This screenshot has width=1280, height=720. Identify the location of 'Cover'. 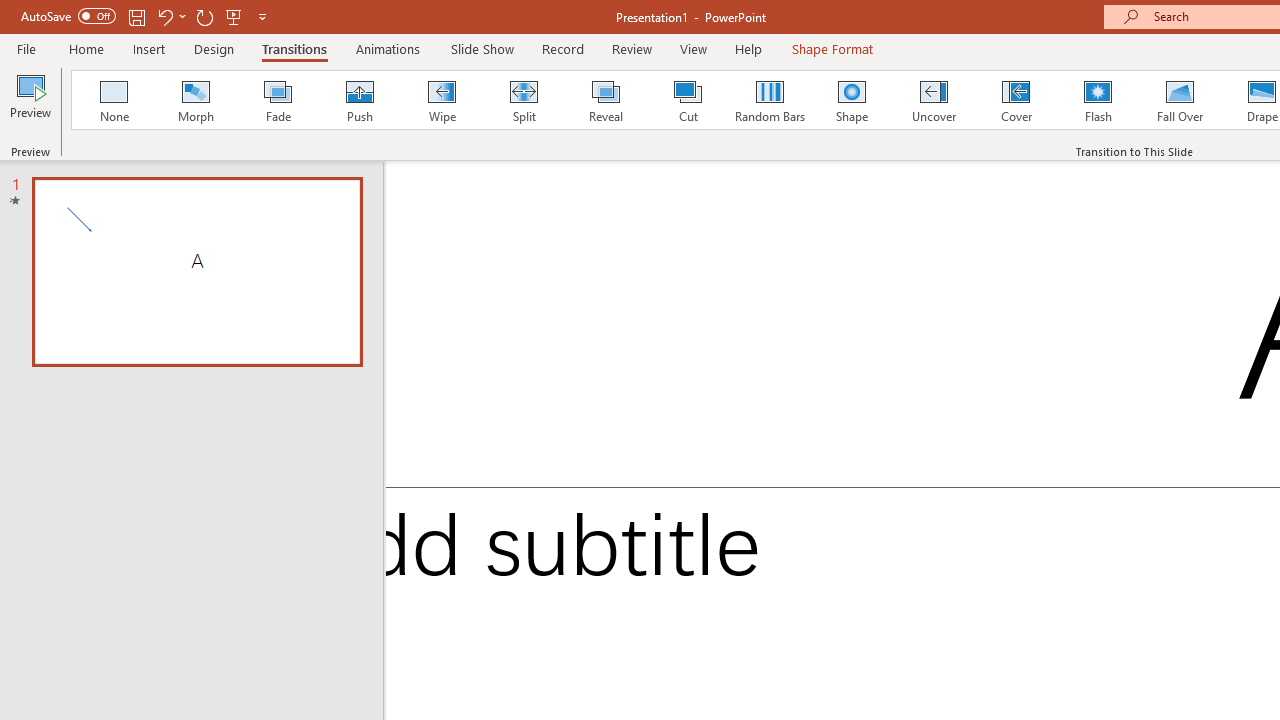
(1016, 100).